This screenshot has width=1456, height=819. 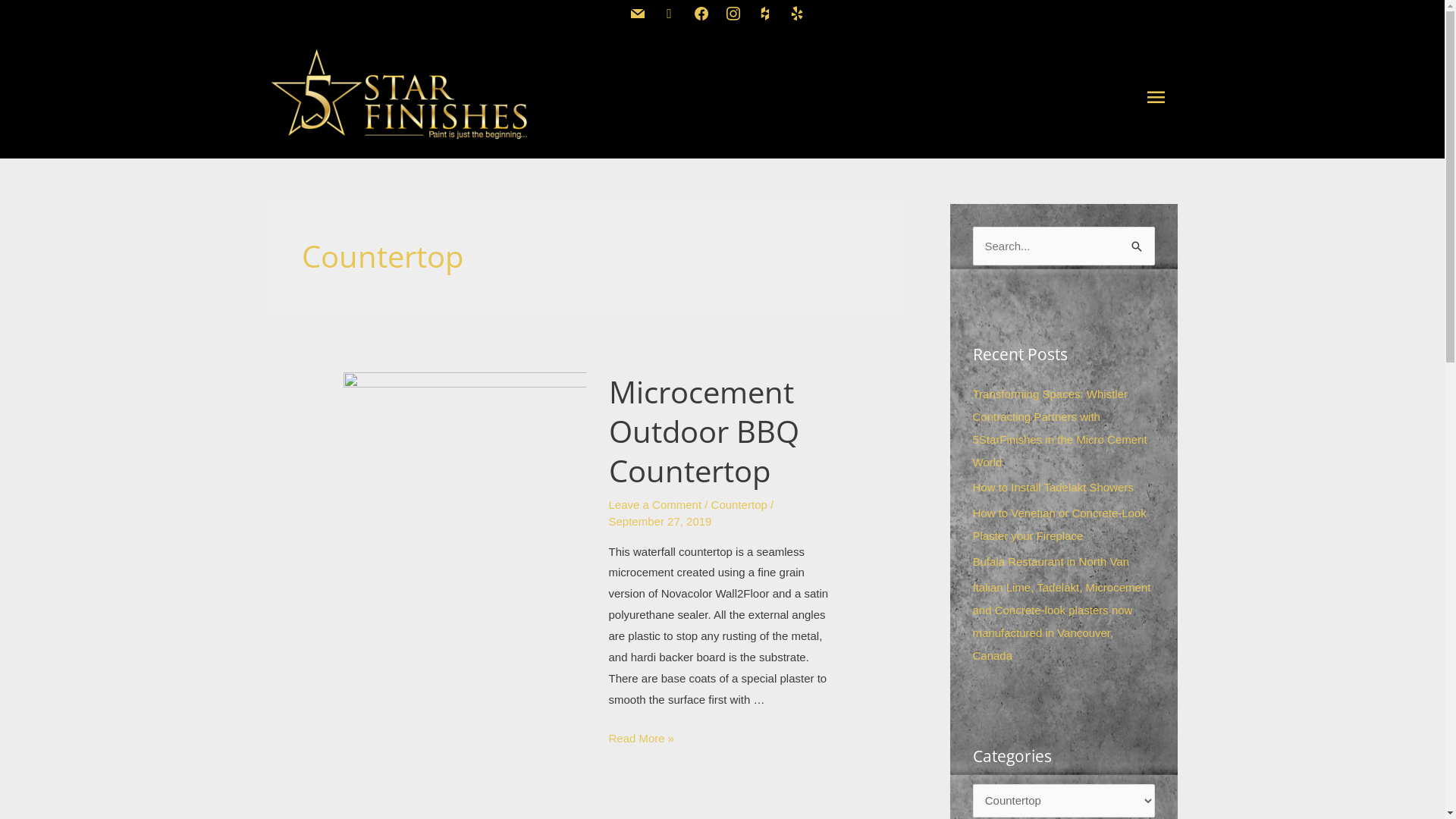 I want to click on 'Main Menu', so click(x=1155, y=93).